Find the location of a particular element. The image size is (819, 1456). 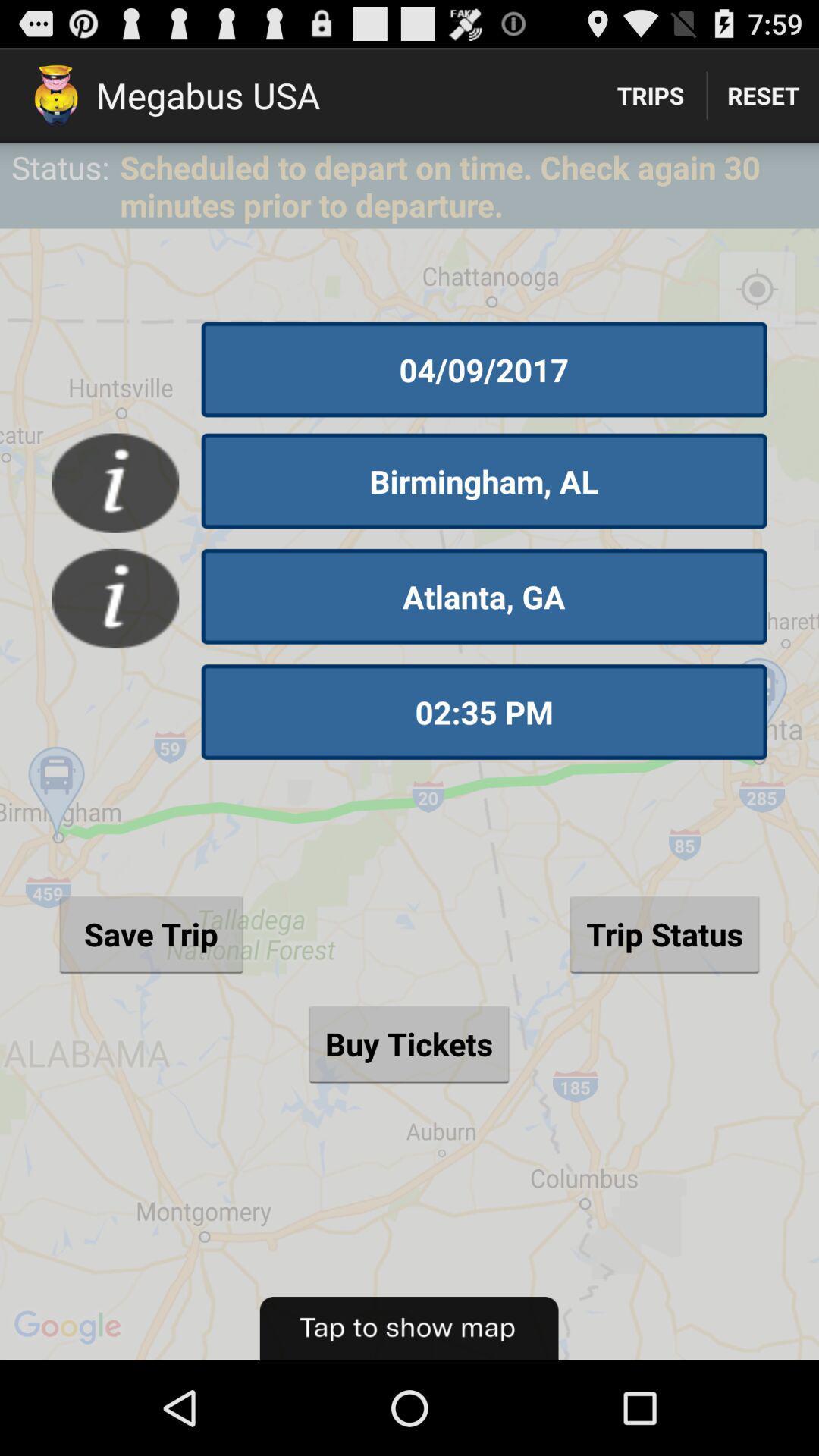

the icon next to the reset icon is located at coordinates (649, 94).